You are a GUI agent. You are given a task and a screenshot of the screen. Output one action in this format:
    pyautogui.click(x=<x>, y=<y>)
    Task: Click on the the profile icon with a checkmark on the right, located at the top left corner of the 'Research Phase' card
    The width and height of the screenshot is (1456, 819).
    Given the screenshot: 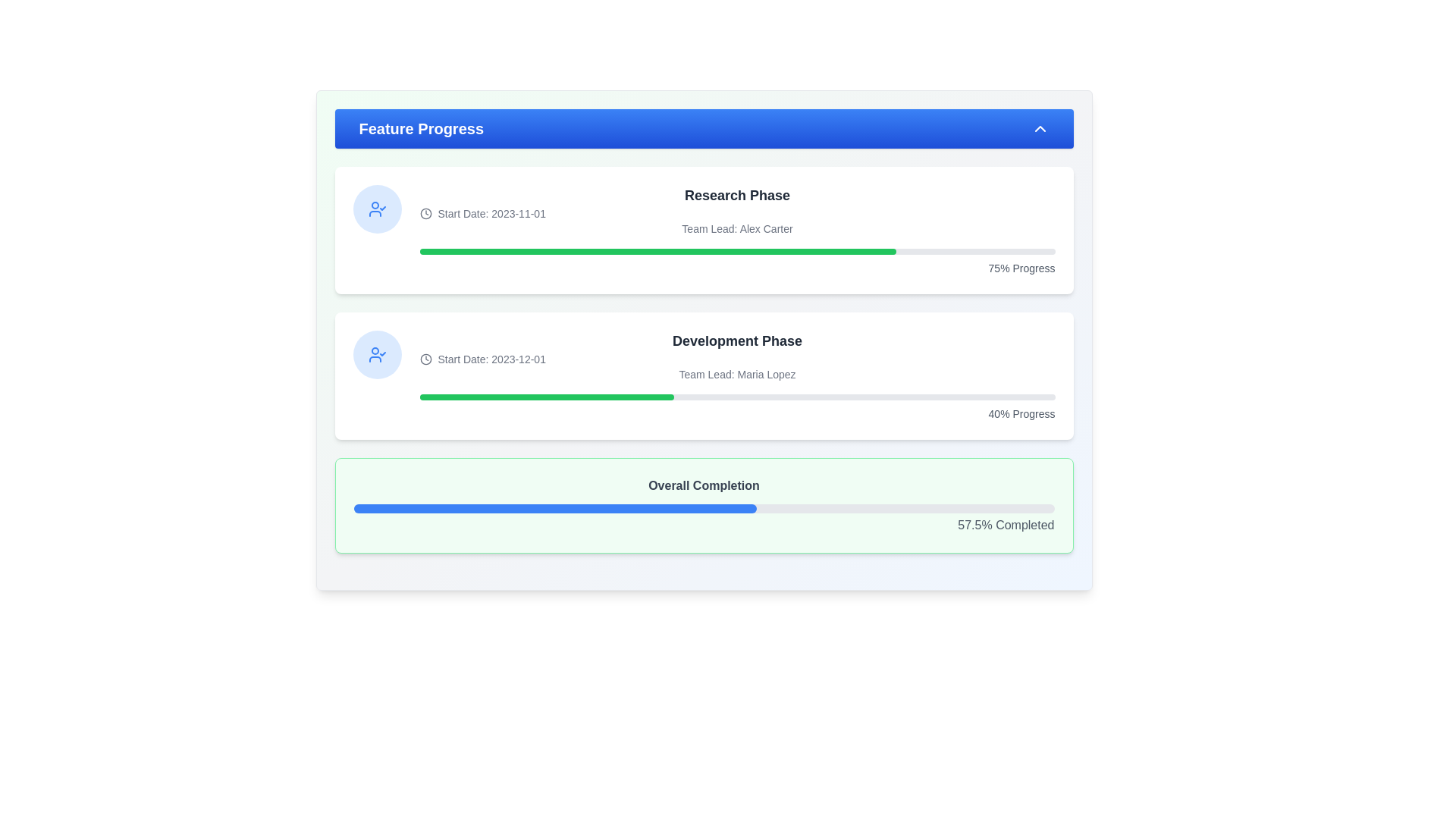 What is the action you would take?
    pyautogui.click(x=377, y=354)
    